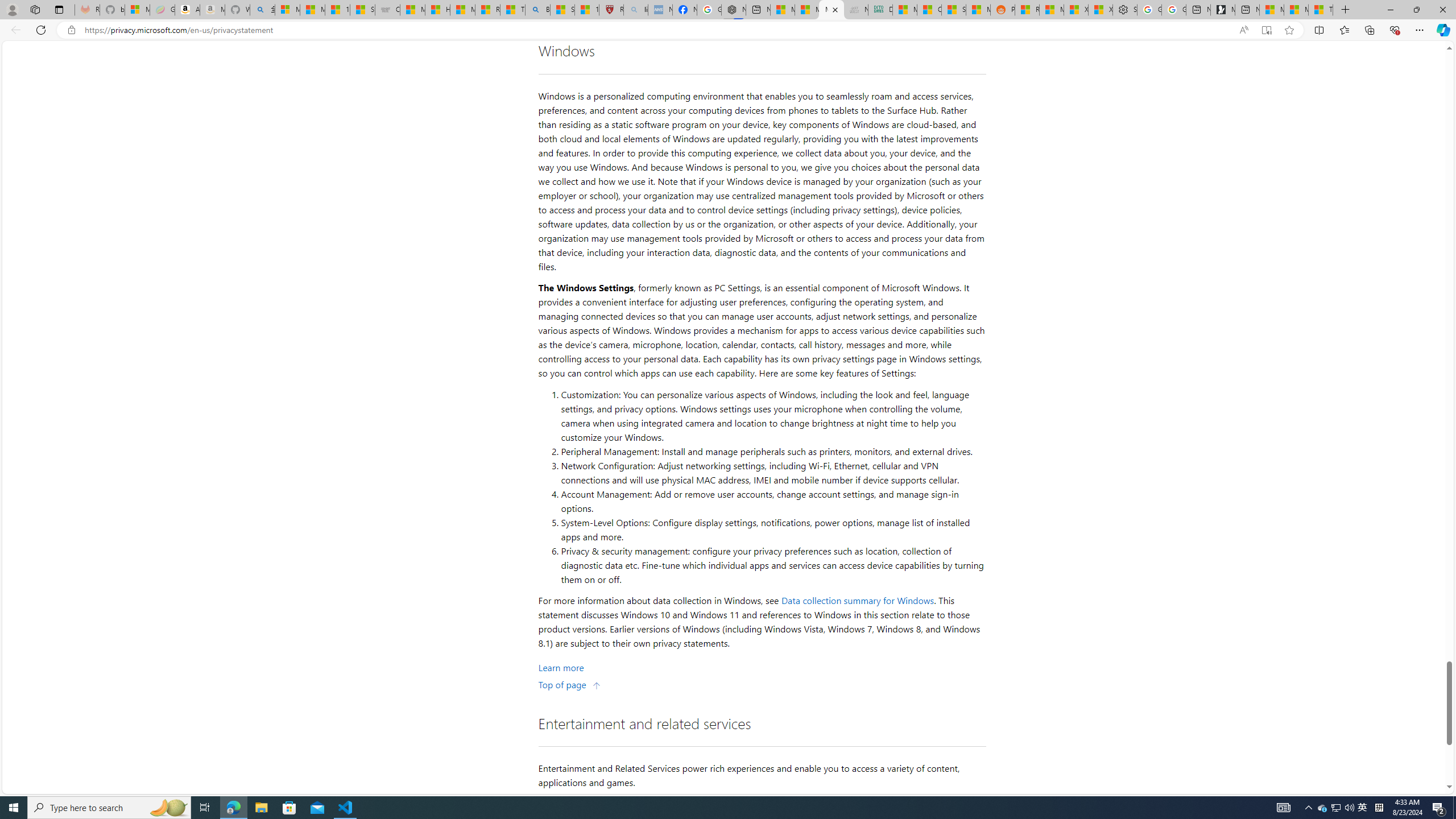 Image resolution: width=1456 pixels, height=819 pixels. Describe the element at coordinates (733, 9) in the screenshot. I see `'Nordace - Nordace Siena Is Not An Ordinary Backpack'` at that location.